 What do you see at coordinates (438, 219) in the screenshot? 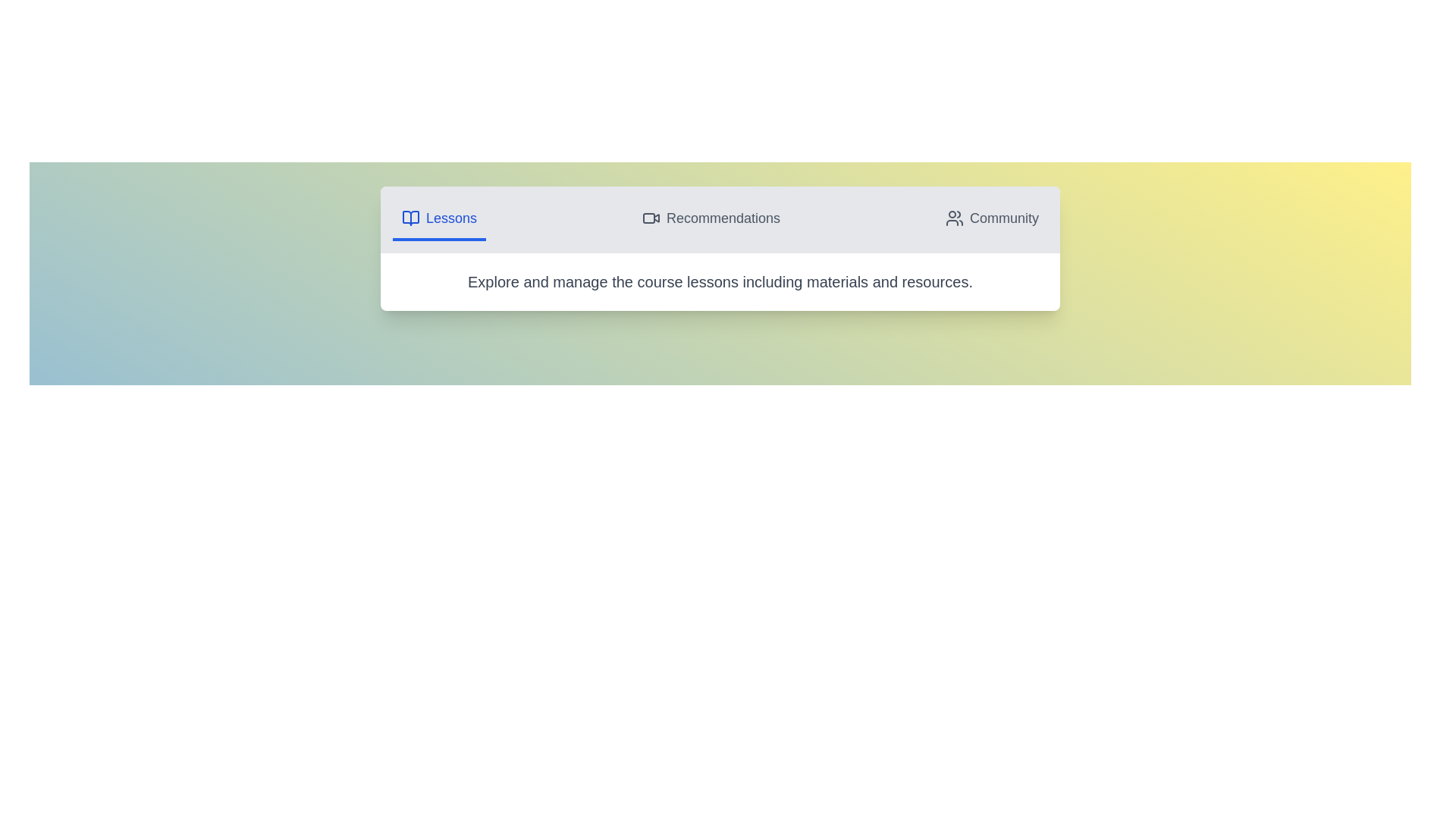
I see `the Lessons tab by clicking on its icon` at bounding box center [438, 219].